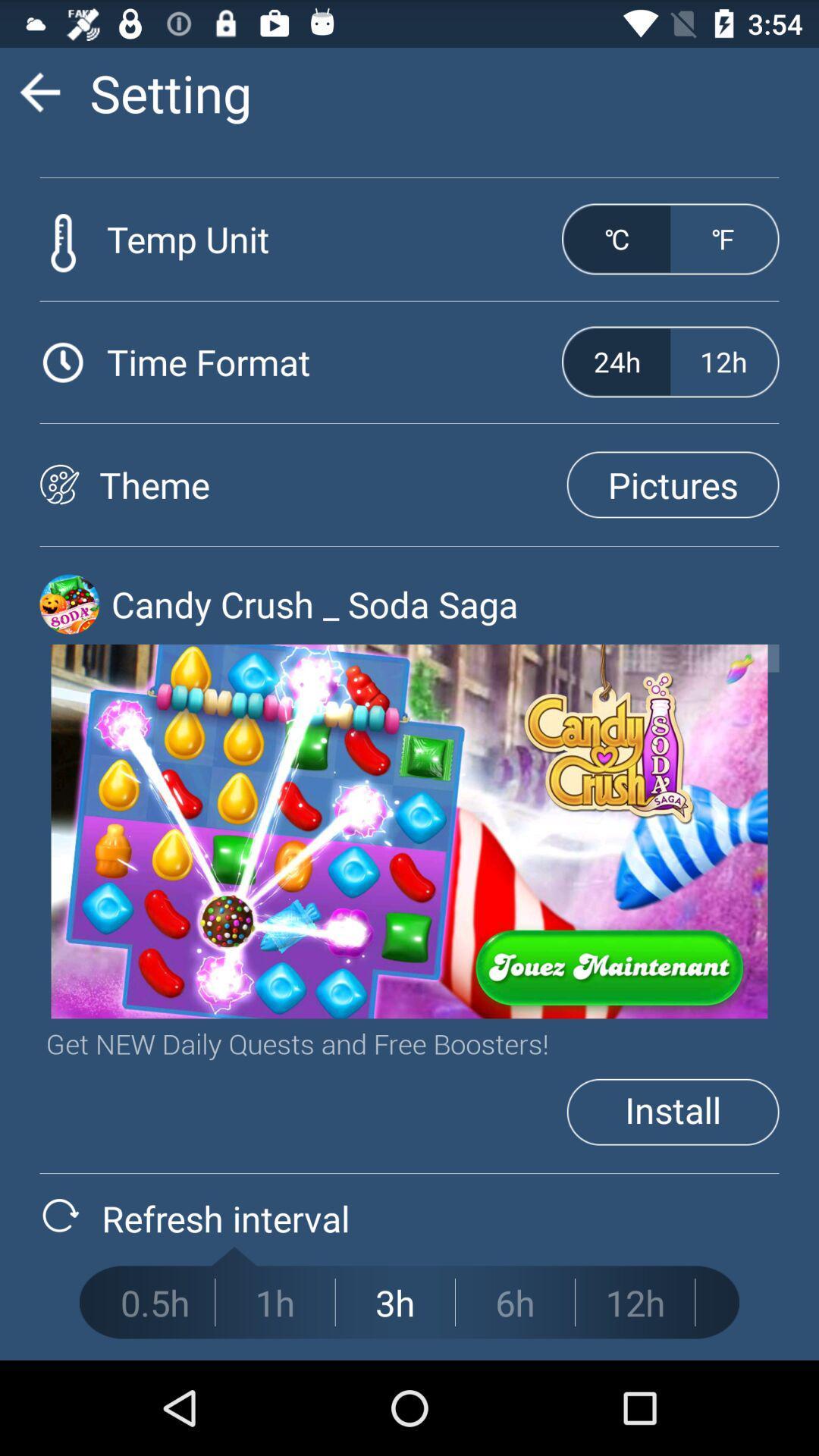 Image resolution: width=819 pixels, height=1456 pixels. Describe the element at coordinates (39, 98) in the screenshot. I see `the arrow_backward icon` at that location.